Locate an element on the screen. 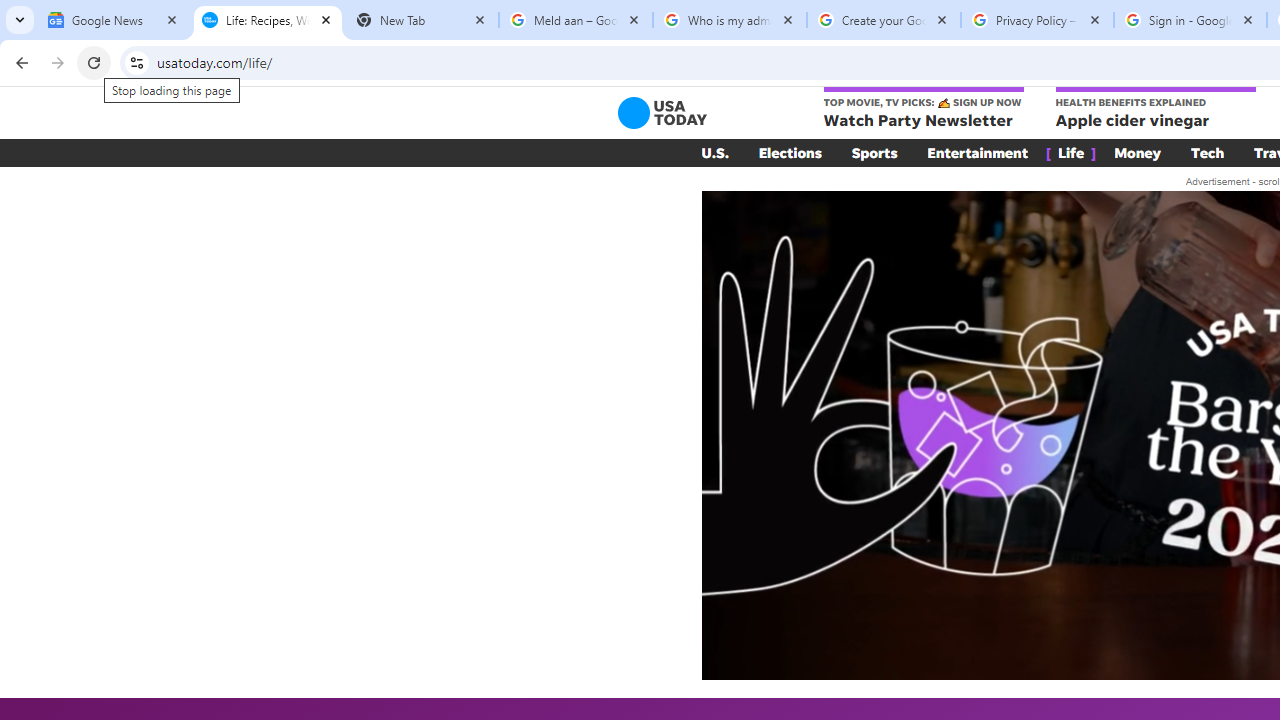  'Money' is located at coordinates (1137, 152).